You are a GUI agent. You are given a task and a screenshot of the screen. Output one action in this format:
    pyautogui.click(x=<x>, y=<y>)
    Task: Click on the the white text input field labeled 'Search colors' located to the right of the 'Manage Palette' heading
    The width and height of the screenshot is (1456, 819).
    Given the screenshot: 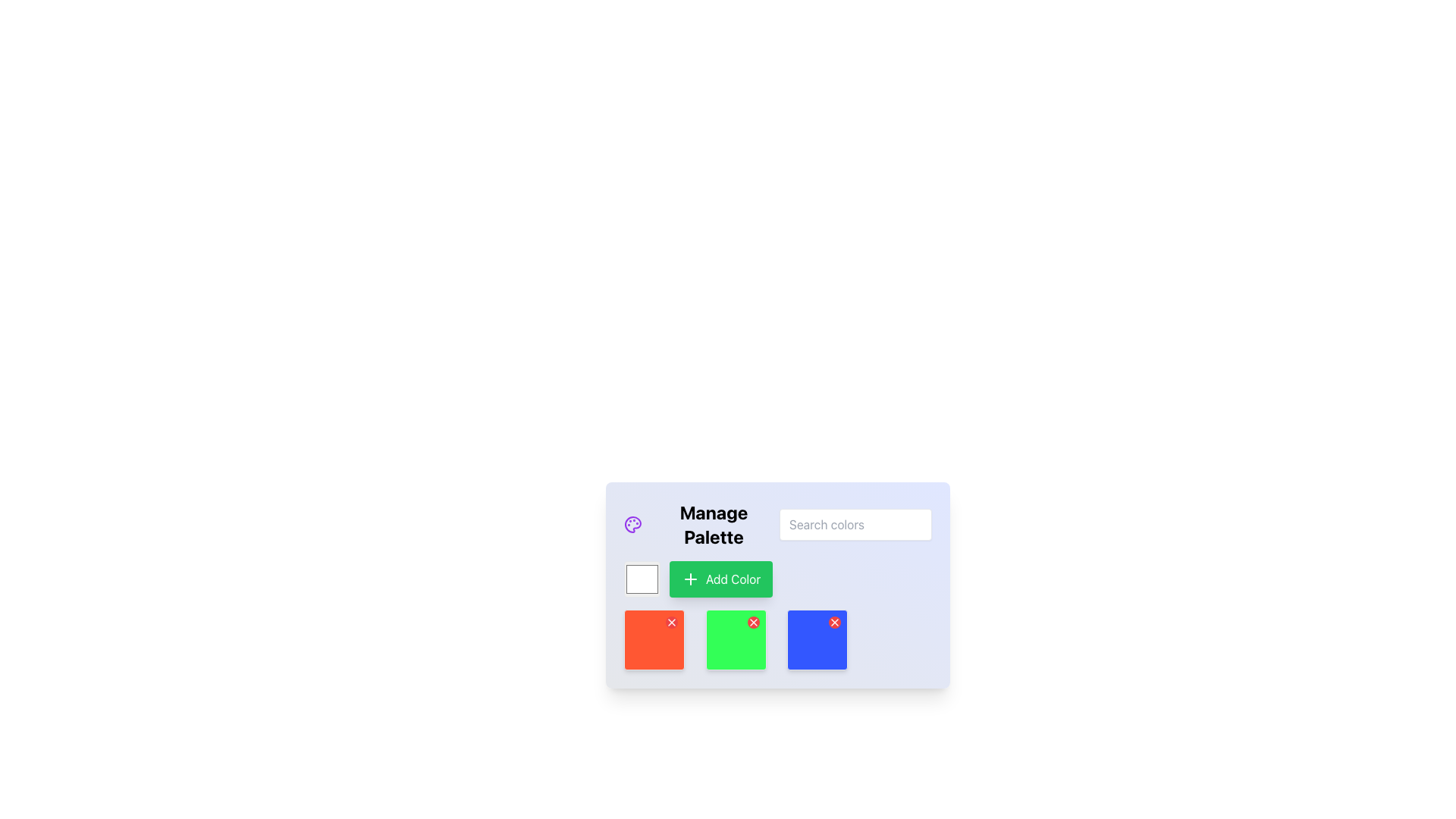 What is the action you would take?
    pyautogui.click(x=778, y=523)
    